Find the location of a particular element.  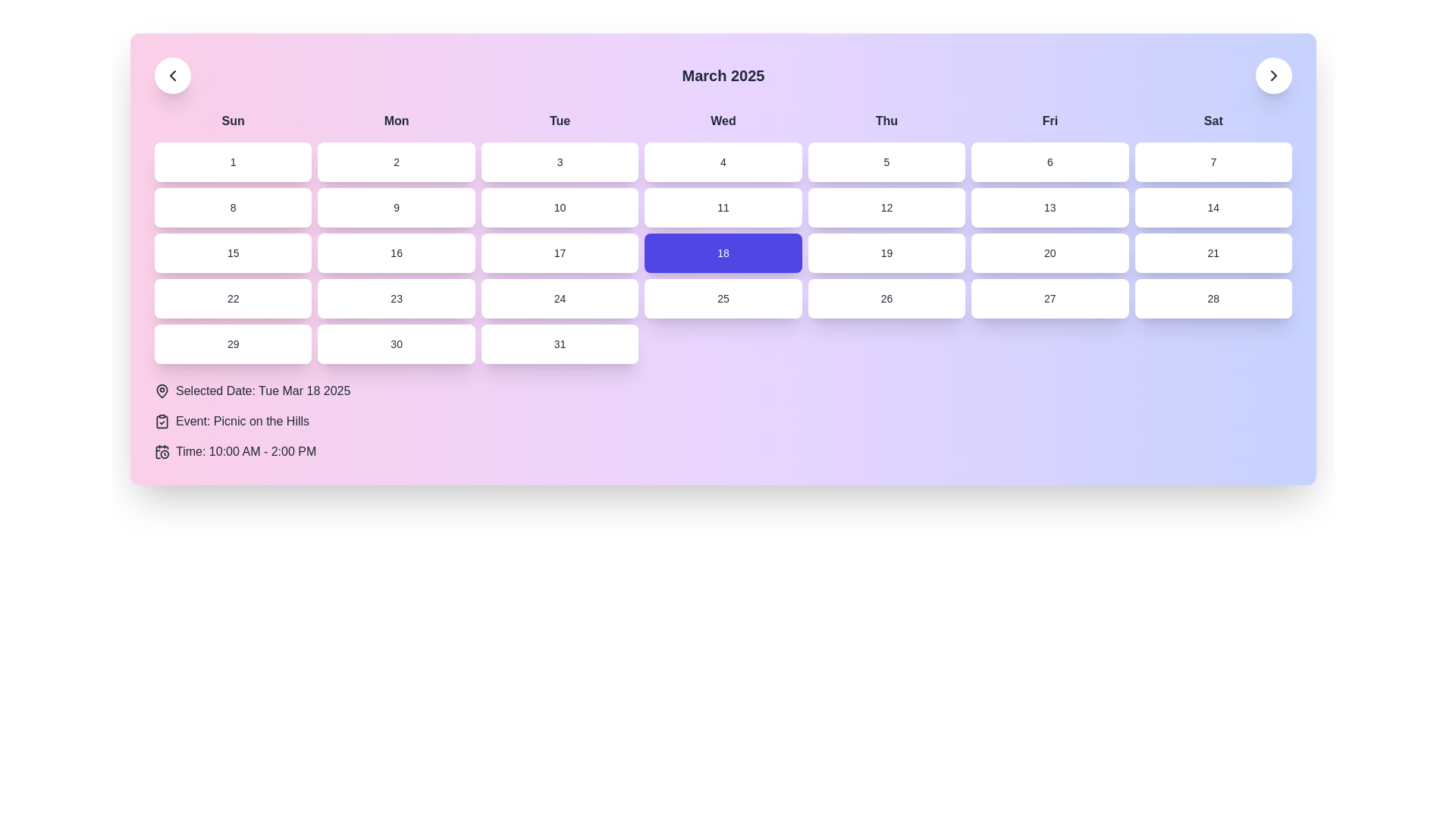

the static label for the Thursday column in the calendar grid, which is the fifth weekday abbreviation from left to right in the header is located at coordinates (886, 120).